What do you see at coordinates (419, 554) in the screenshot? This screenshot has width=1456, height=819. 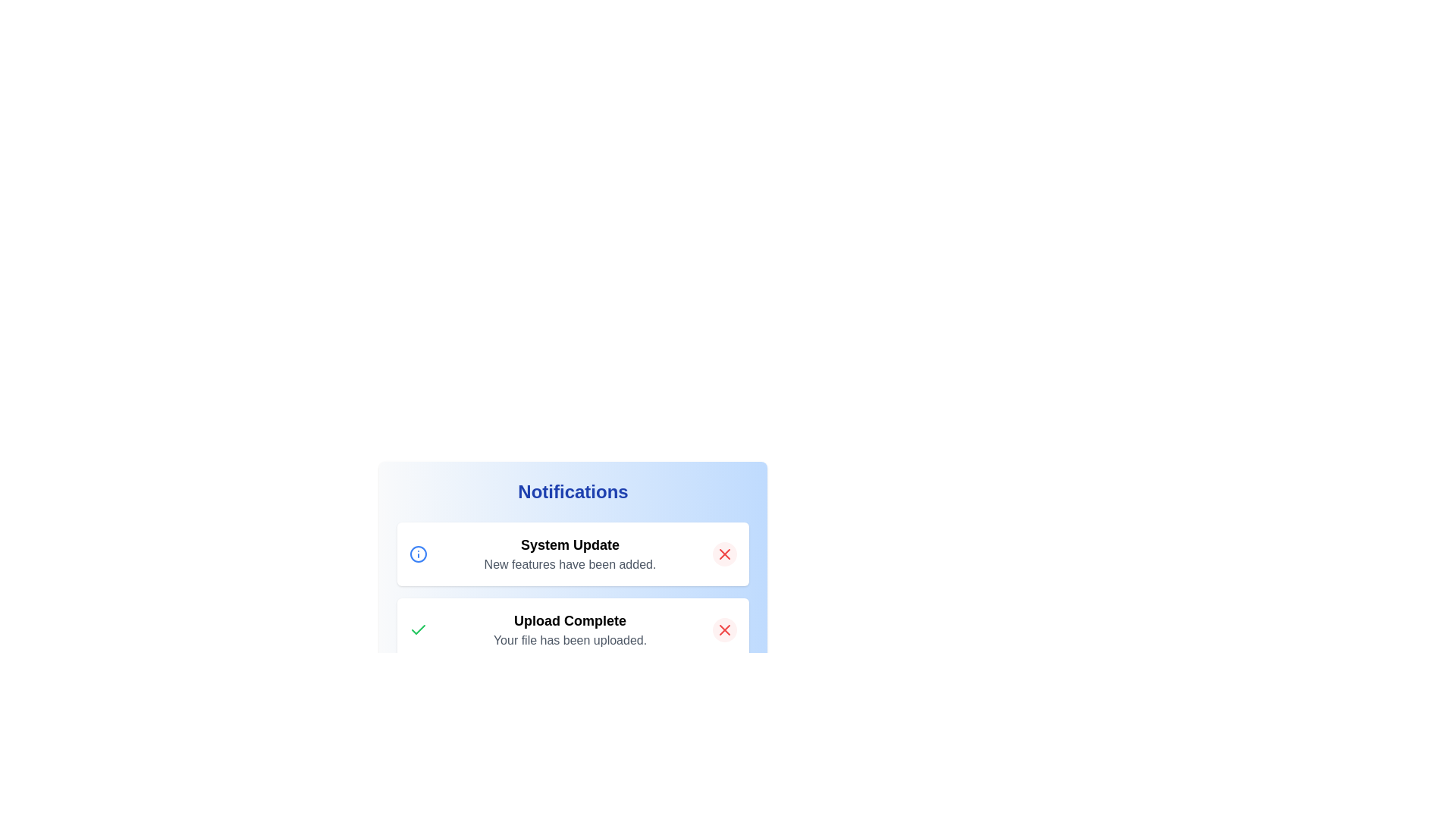 I see `the circular shape in the upper left corner of the 'System Update' notification item` at bounding box center [419, 554].